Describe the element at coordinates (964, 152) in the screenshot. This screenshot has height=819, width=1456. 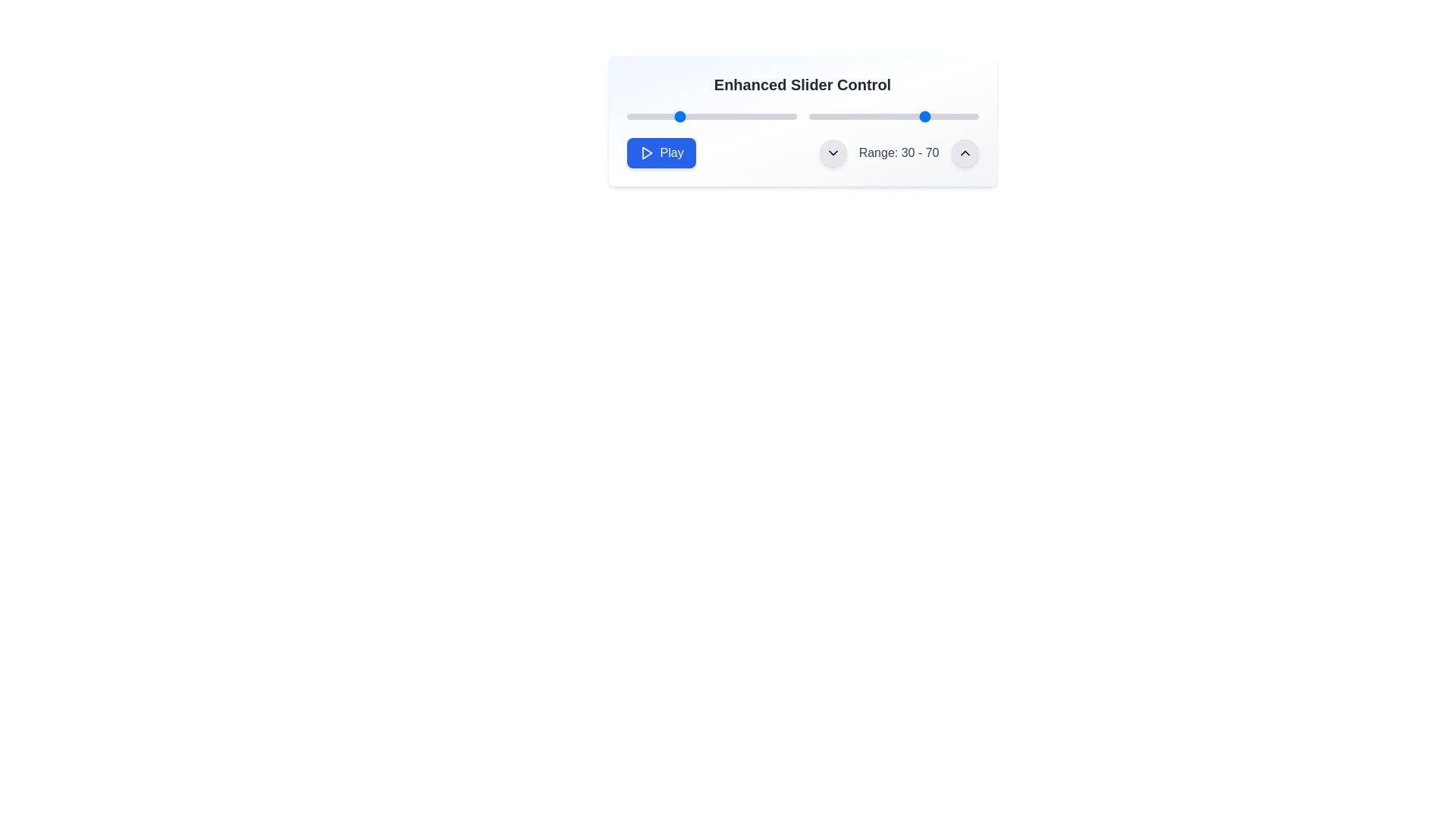
I see `the chevron icon located at the upper-right corner of the interface, near the 'Range: 30 - 70' button` at that location.